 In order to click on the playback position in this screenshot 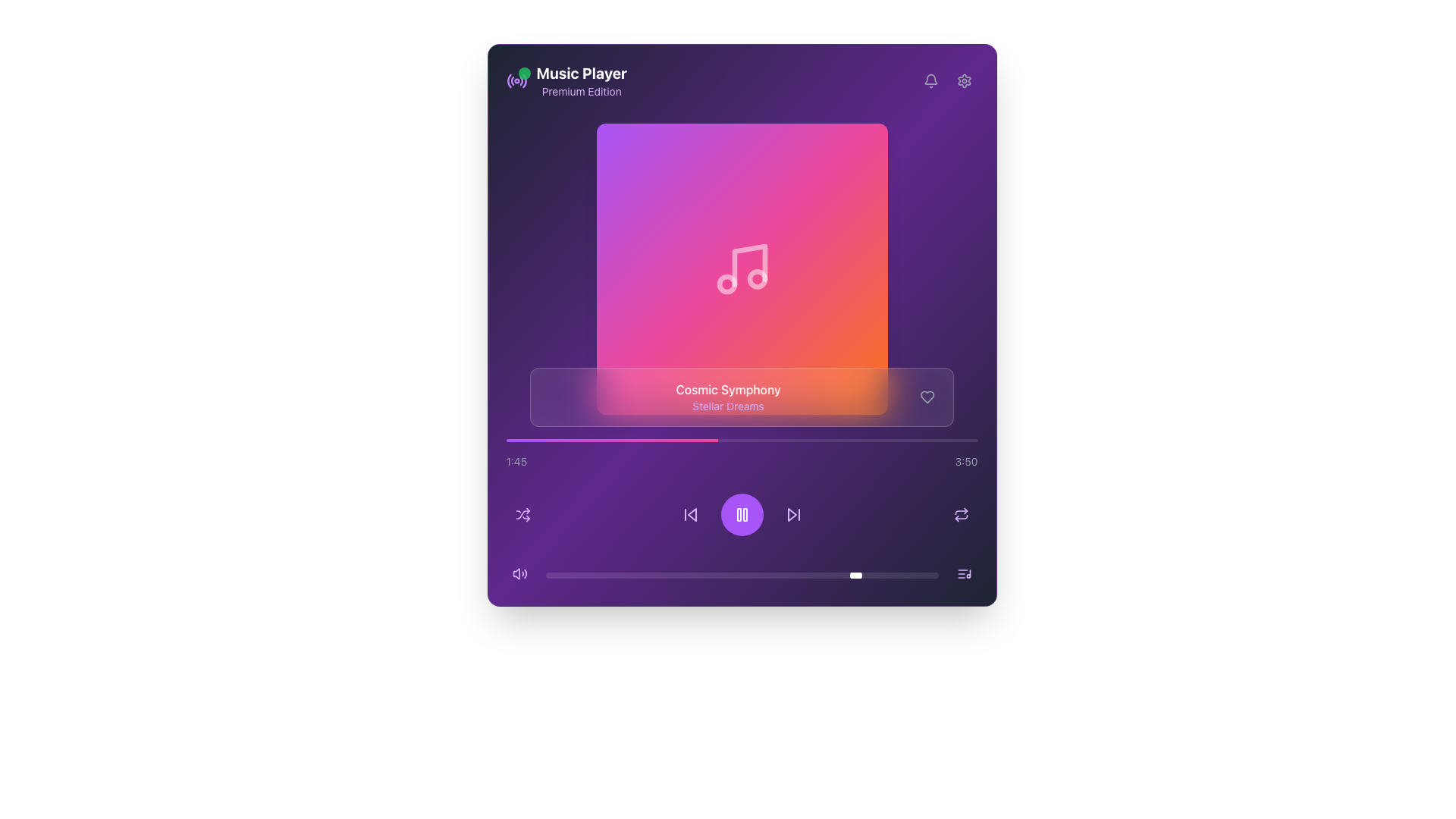, I will do `click(878, 441)`.